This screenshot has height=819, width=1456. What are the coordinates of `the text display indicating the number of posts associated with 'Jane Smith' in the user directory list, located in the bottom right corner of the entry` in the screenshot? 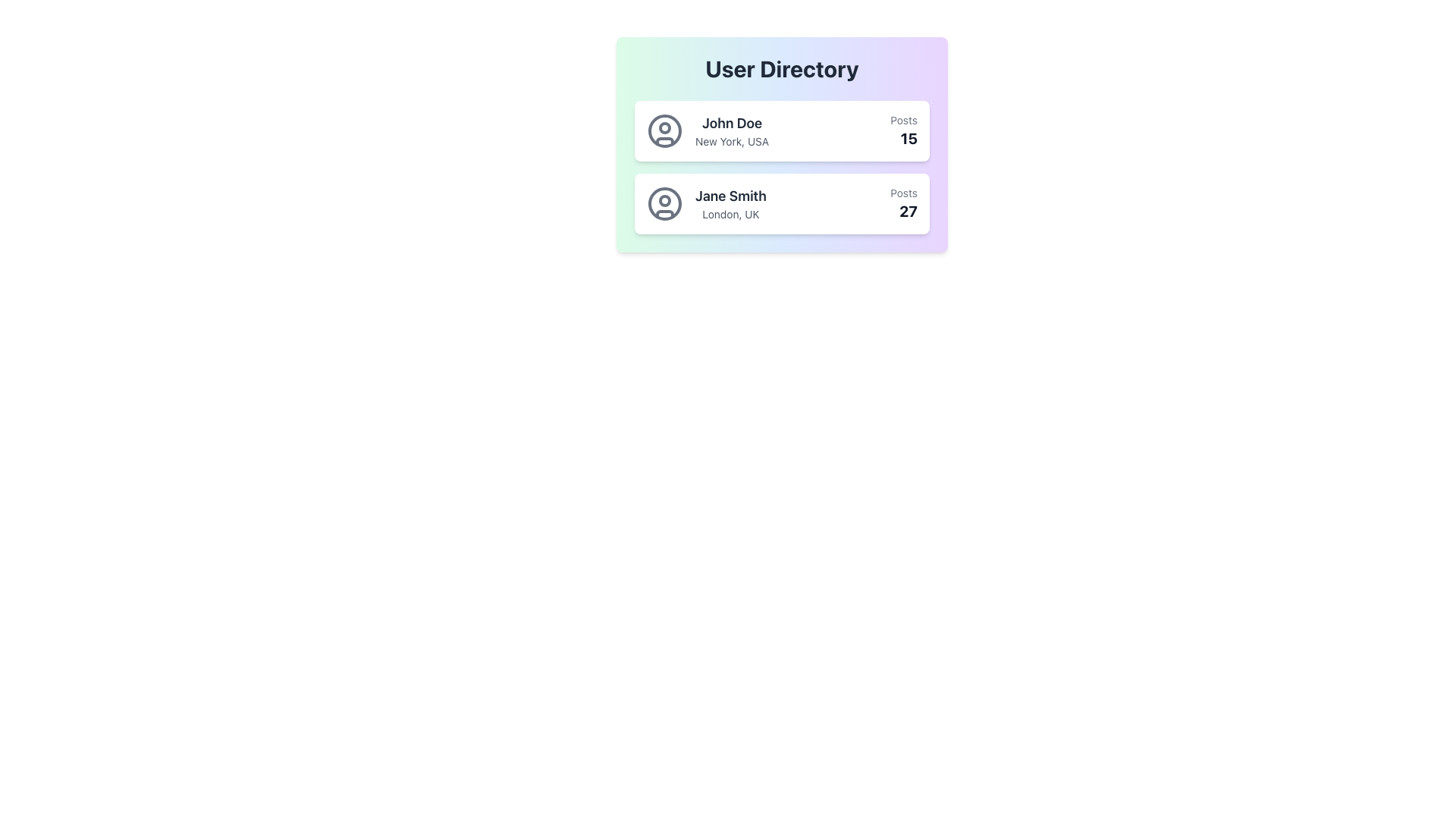 It's located at (904, 203).